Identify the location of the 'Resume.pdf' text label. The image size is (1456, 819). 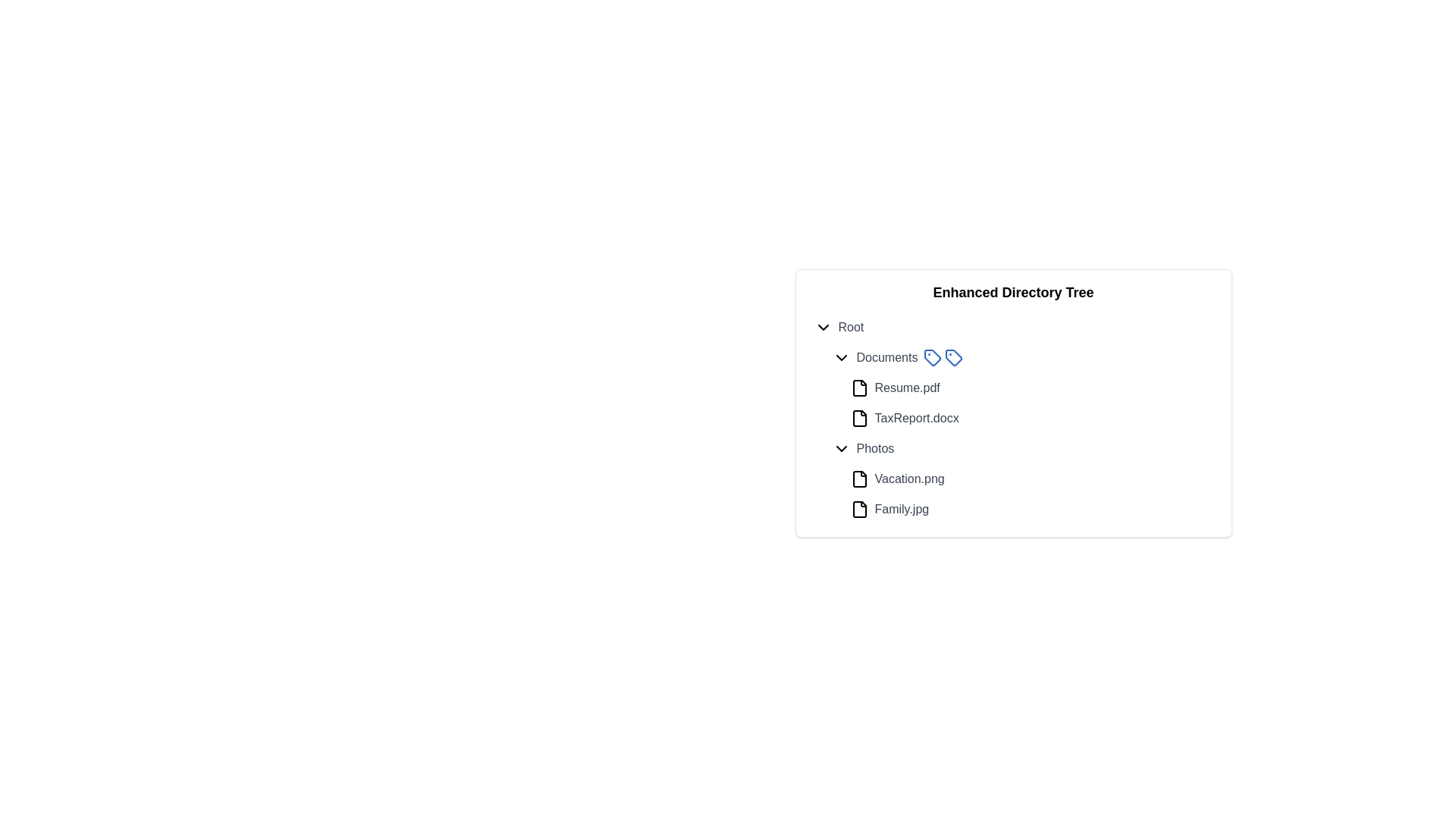
(907, 388).